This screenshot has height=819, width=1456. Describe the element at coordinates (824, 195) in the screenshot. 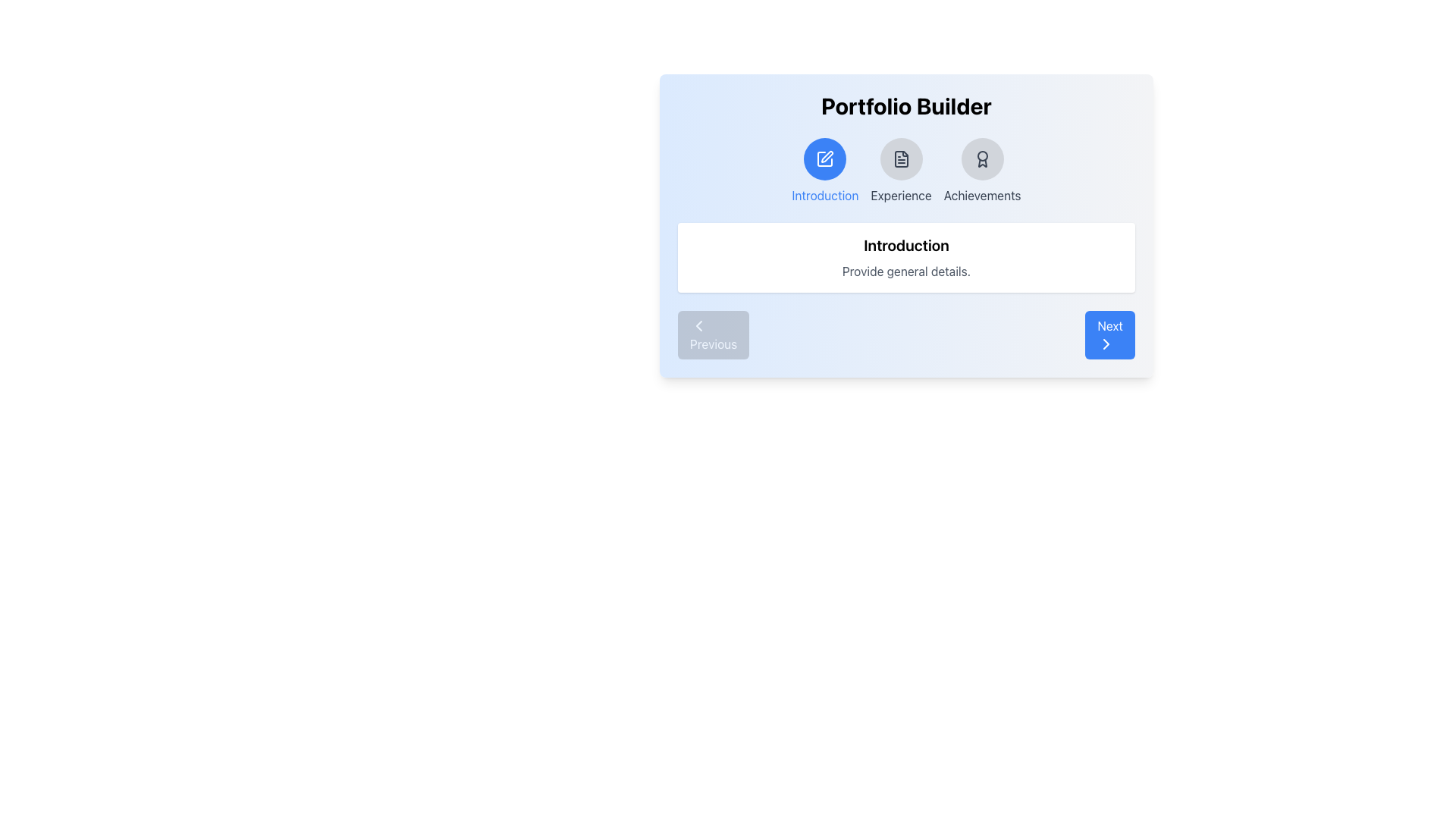

I see `the 'Introduction' text label located at the center of the Portfolio Builder interface, below the pen icon and aligned with 'Experience' and 'Achievements'` at that location.